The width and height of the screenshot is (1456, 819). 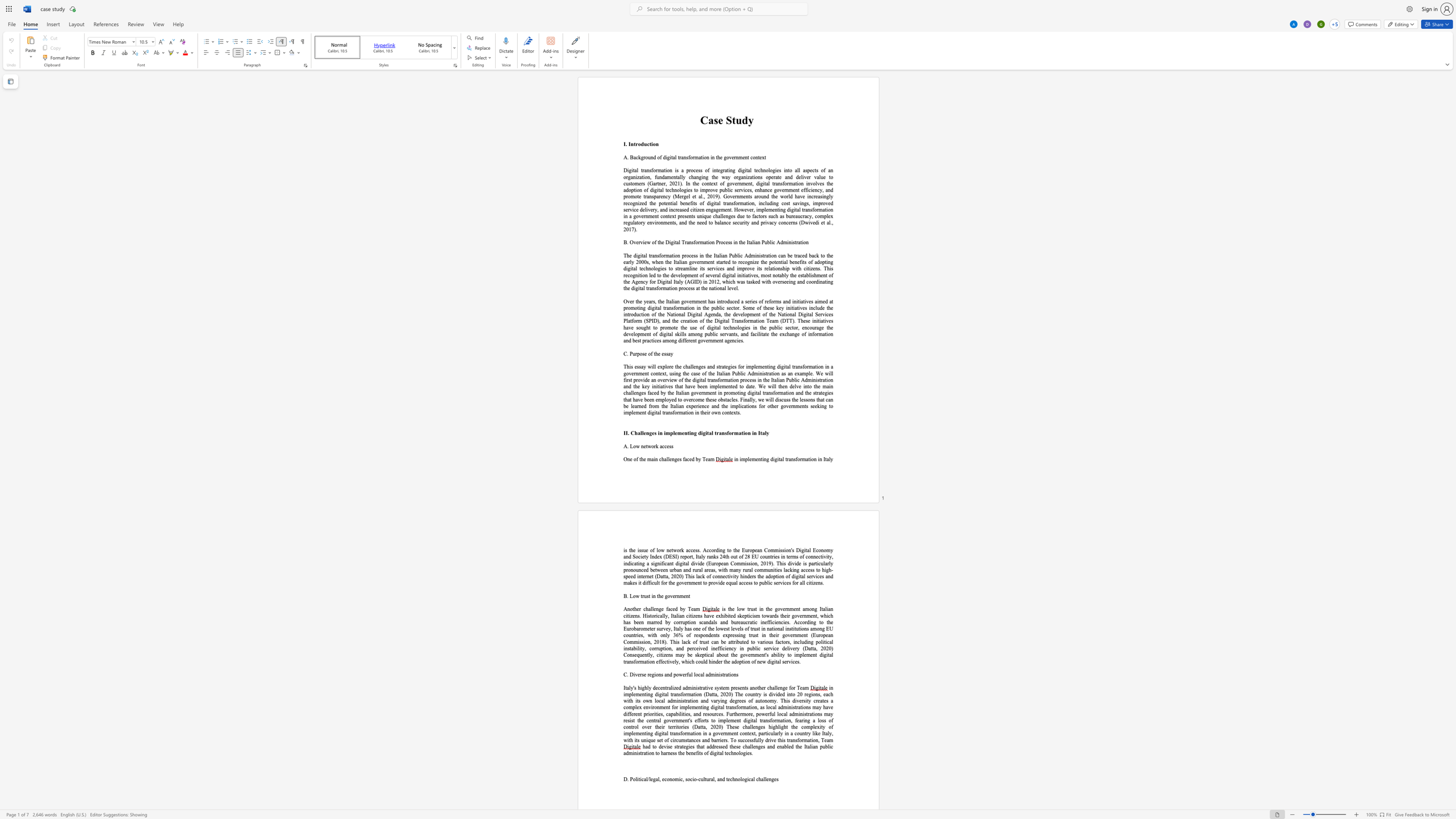 What do you see at coordinates (653, 674) in the screenshot?
I see `the space between the continuous character "g" and "i" in the text` at bounding box center [653, 674].